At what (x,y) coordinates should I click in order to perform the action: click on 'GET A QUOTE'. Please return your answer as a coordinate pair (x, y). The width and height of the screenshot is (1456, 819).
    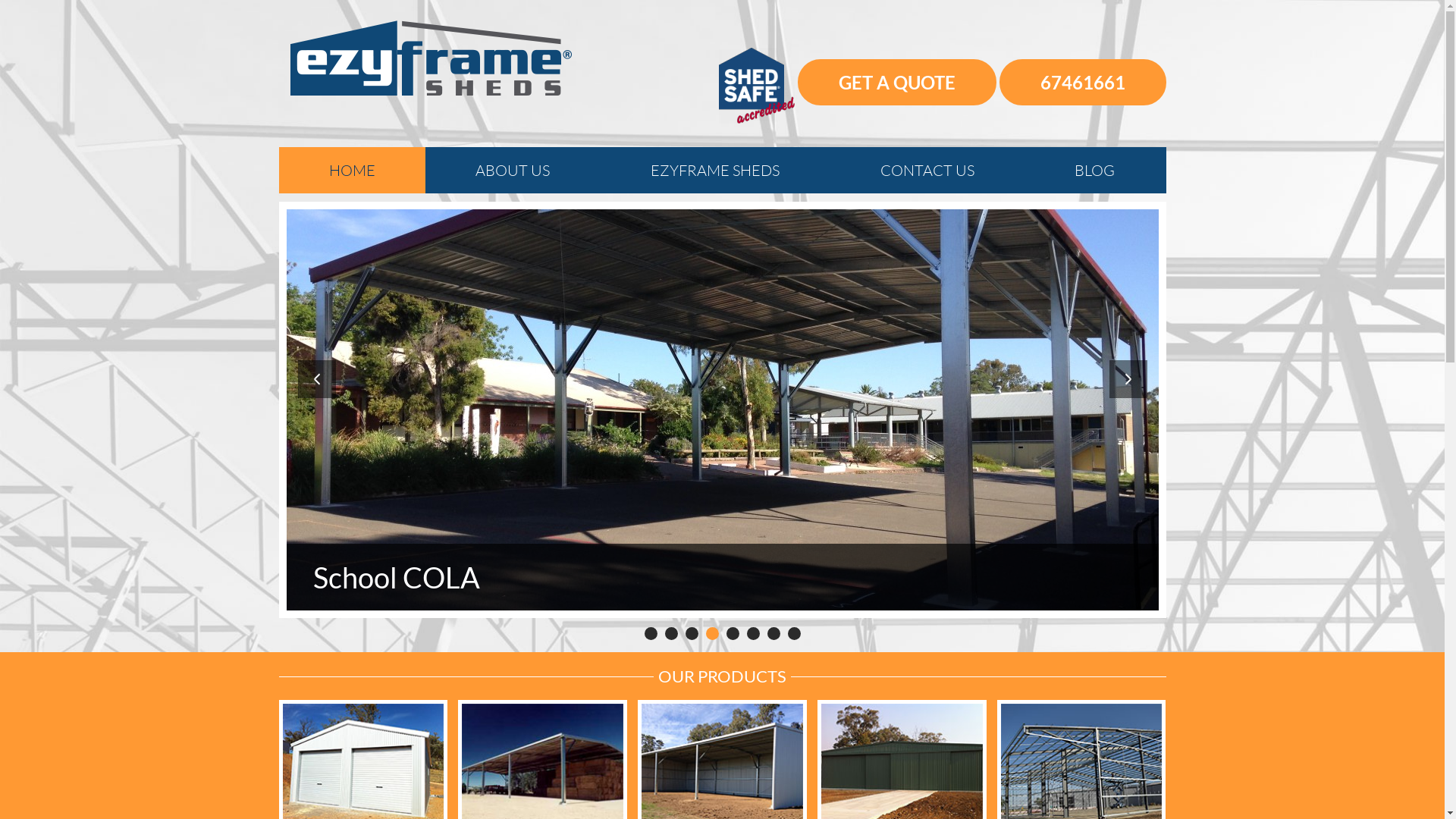
    Looking at the image, I should click on (896, 82).